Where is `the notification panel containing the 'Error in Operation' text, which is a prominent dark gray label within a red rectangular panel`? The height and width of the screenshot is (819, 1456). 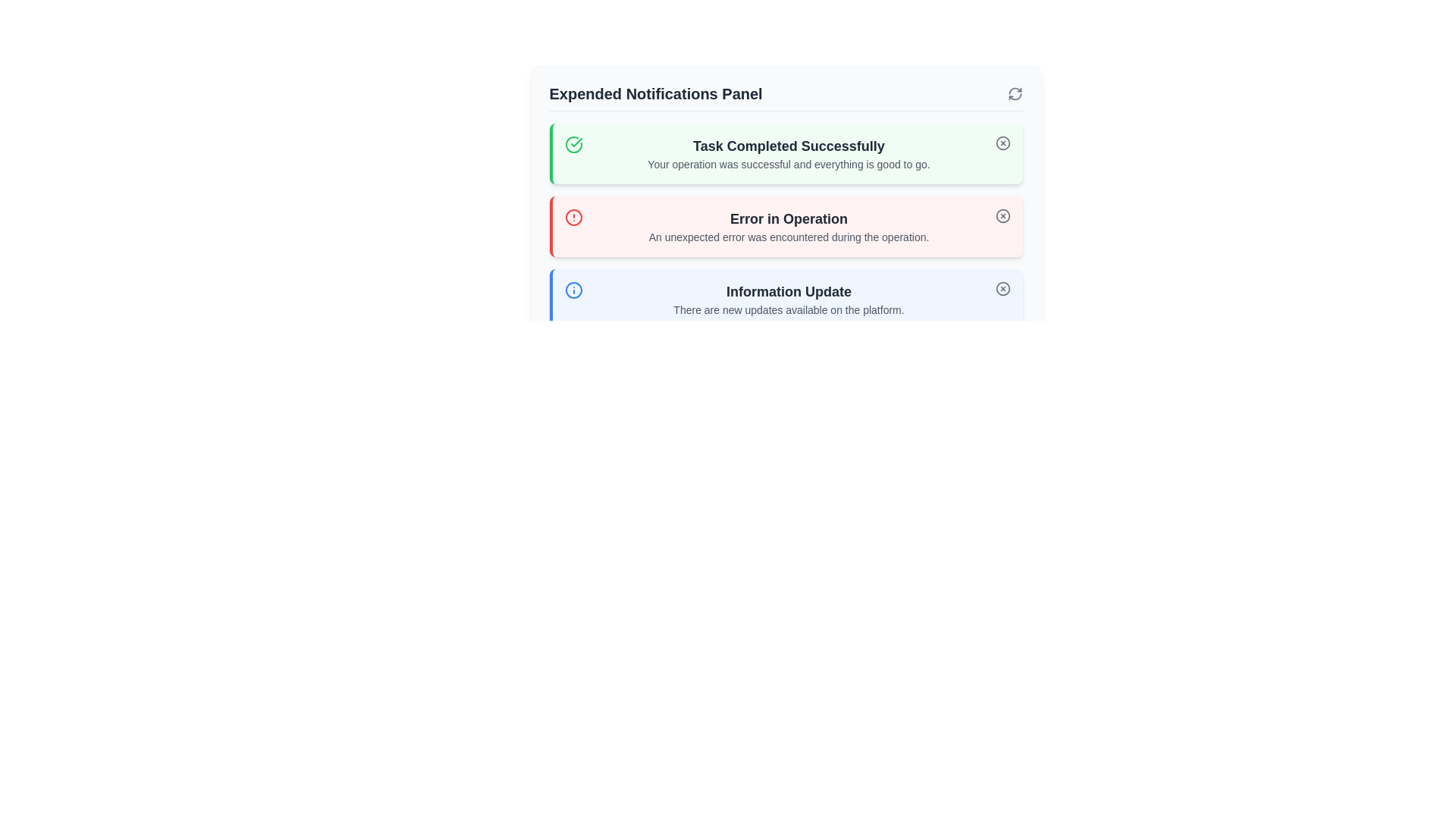 the notification panel containing the 'Error in Operation' text, which is a prominent dark gray label within a red rectangular panel is located at coordinates (789, 219).